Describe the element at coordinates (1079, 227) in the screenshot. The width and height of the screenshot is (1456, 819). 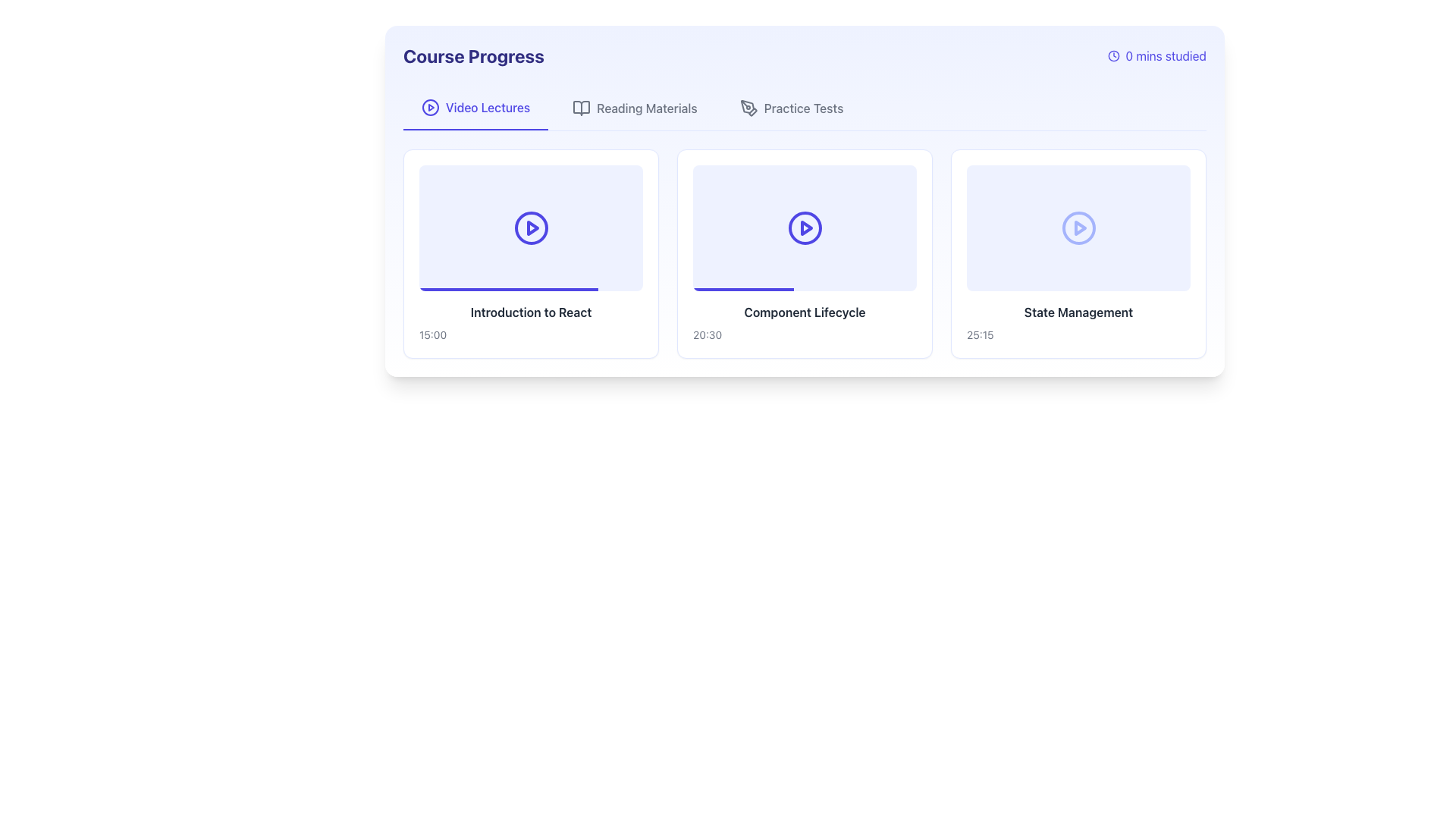
I see `the triangular play icon located in the center of the circular button to initiate video playback, which is positioned above the 'State Management' video title in the last column of the grid` at that location.